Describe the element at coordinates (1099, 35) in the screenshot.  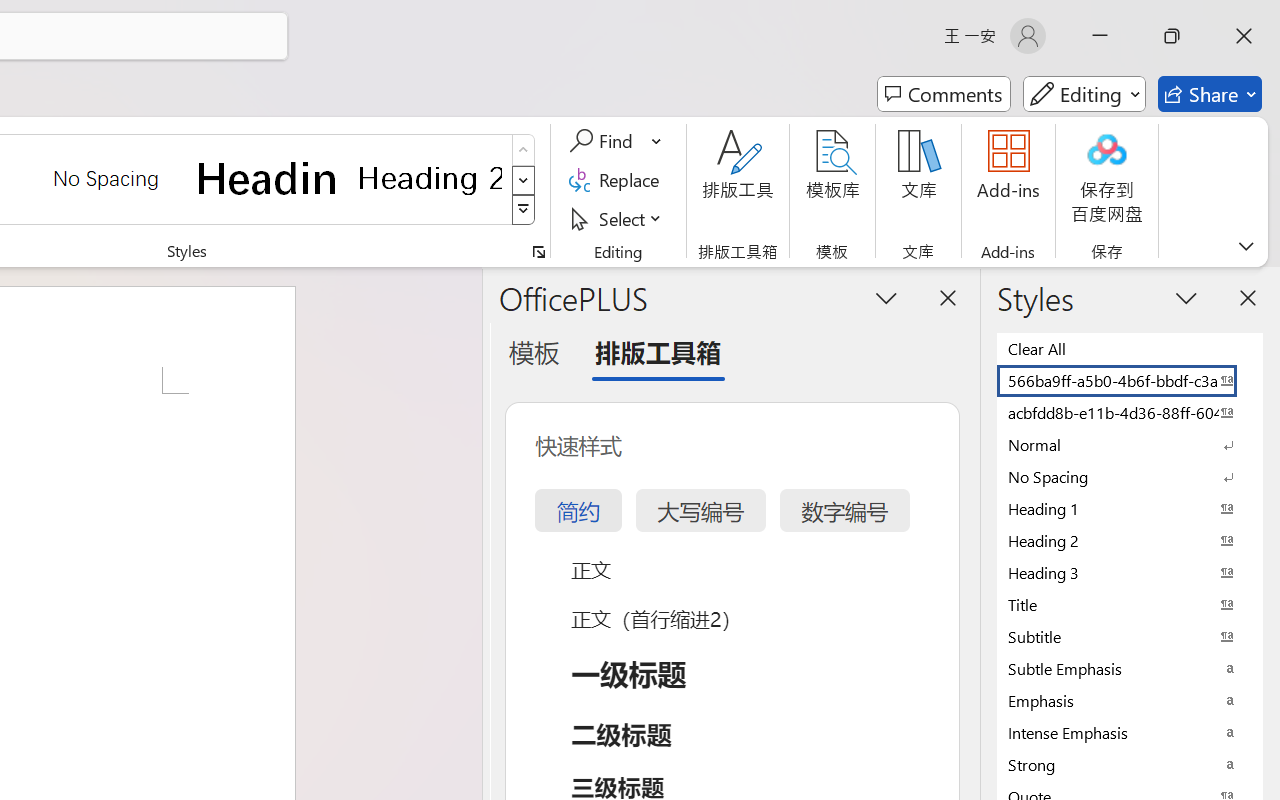
I see `'Minimize'` at that location.